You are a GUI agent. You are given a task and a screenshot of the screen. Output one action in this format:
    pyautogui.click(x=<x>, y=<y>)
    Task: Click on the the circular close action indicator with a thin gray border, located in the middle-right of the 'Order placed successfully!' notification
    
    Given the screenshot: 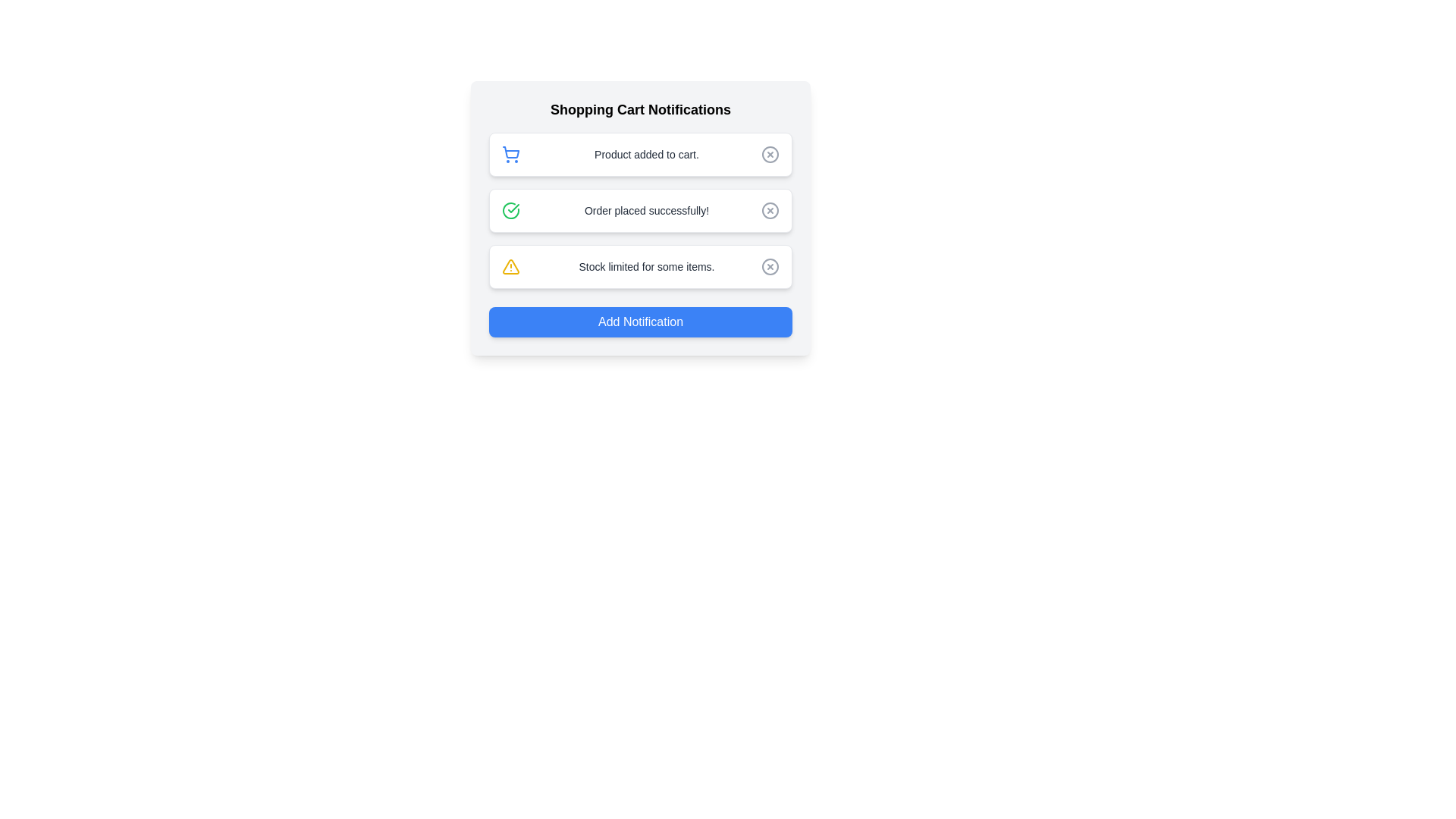 What is the action you would take?
    pyautogui.click(x=770, y=210)
    